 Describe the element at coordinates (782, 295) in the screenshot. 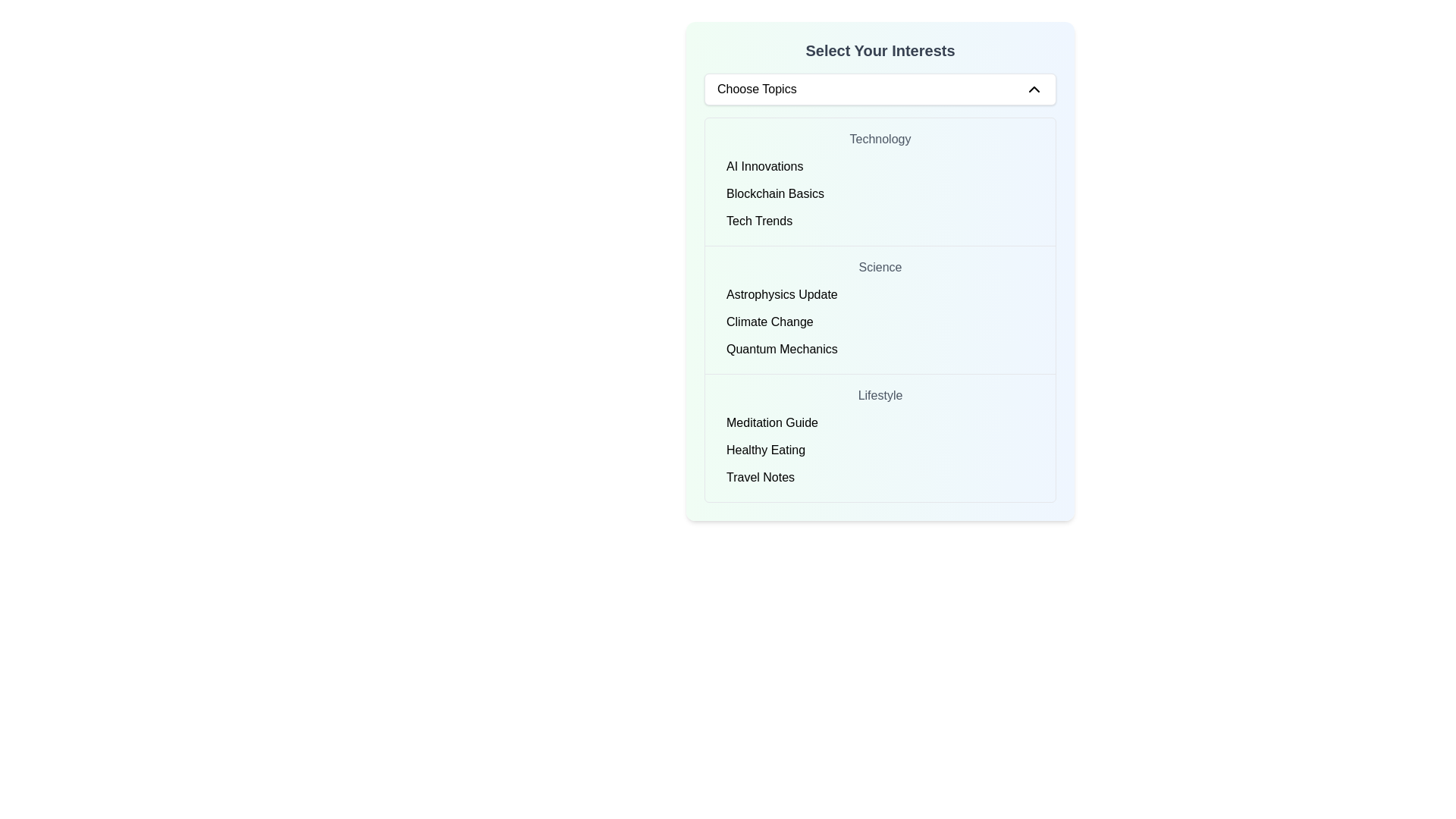

I see `the text label for the 'Science' category, which is the first option under 'Select Your Interests' following the 'Technology' section` at that location.